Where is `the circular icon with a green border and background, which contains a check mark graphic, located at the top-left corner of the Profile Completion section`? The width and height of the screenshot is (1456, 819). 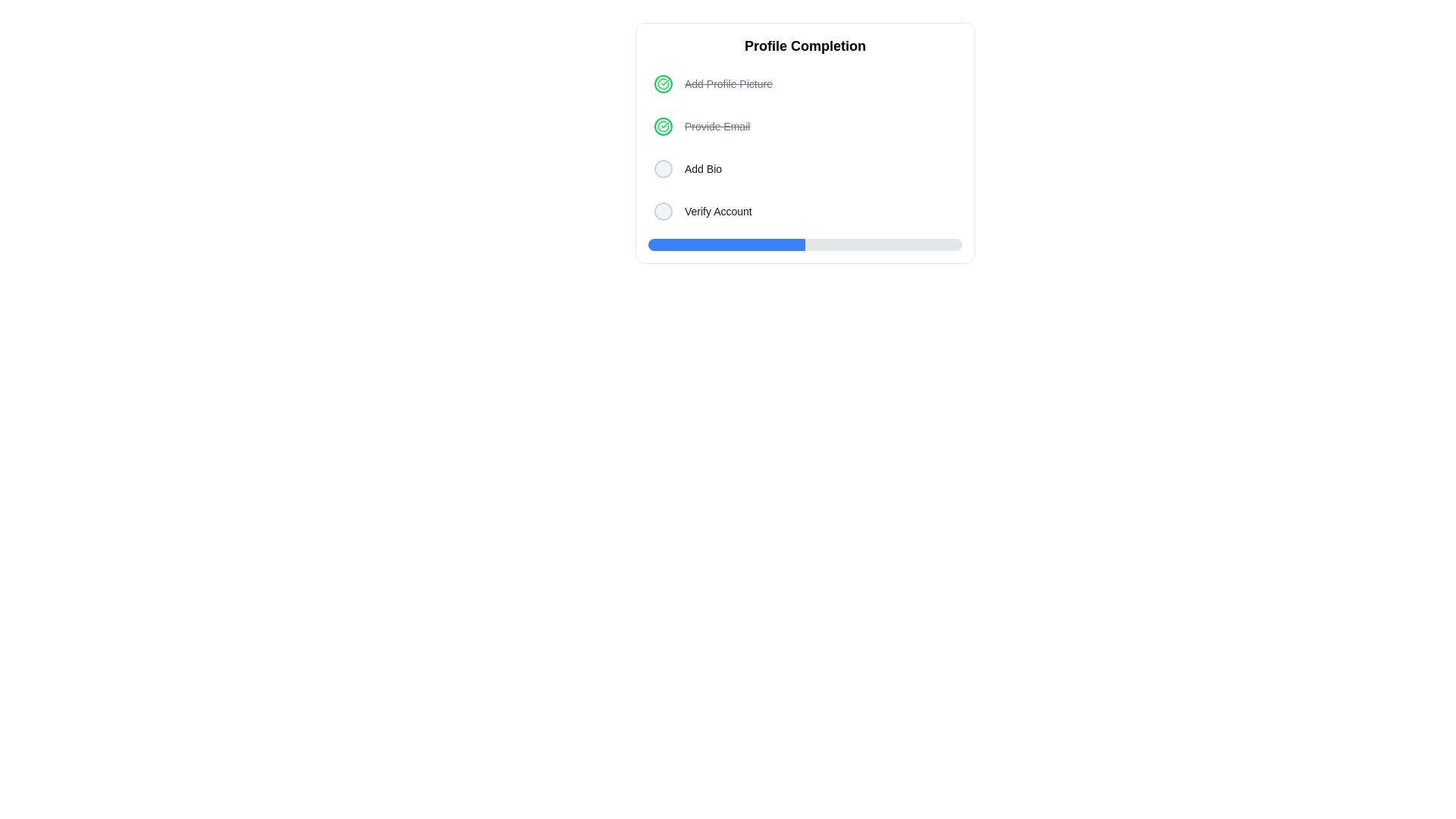 the circular icon with a green border and background, which contains a check mark graphic, located at the top-left corner of the Profile Completion section is located at coordinates (663, 125).